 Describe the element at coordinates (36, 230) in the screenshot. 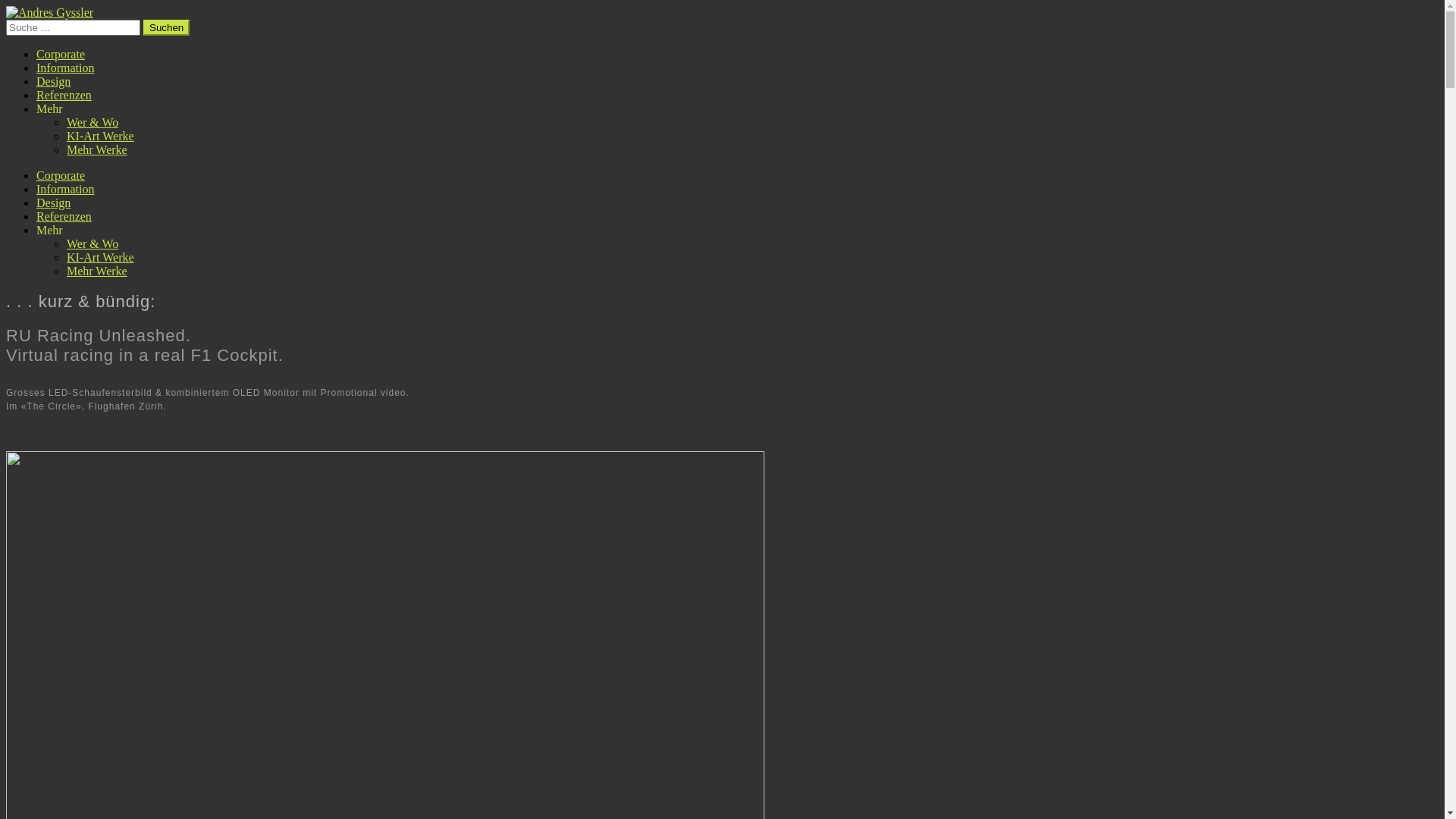

I see `'Mehr'` at that location.